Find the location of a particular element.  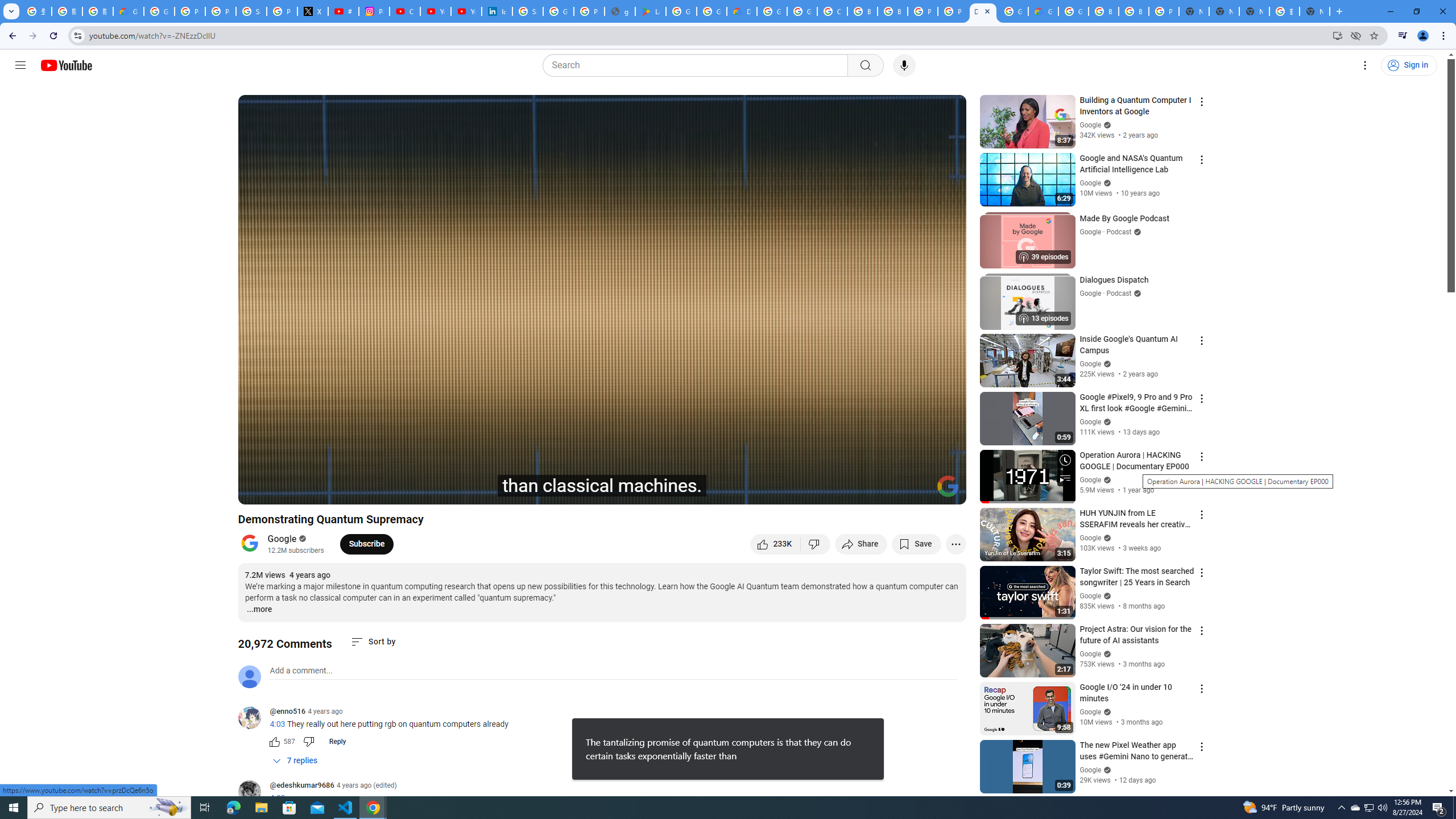

'Channel watermark' is located at coordinates (948, 486).